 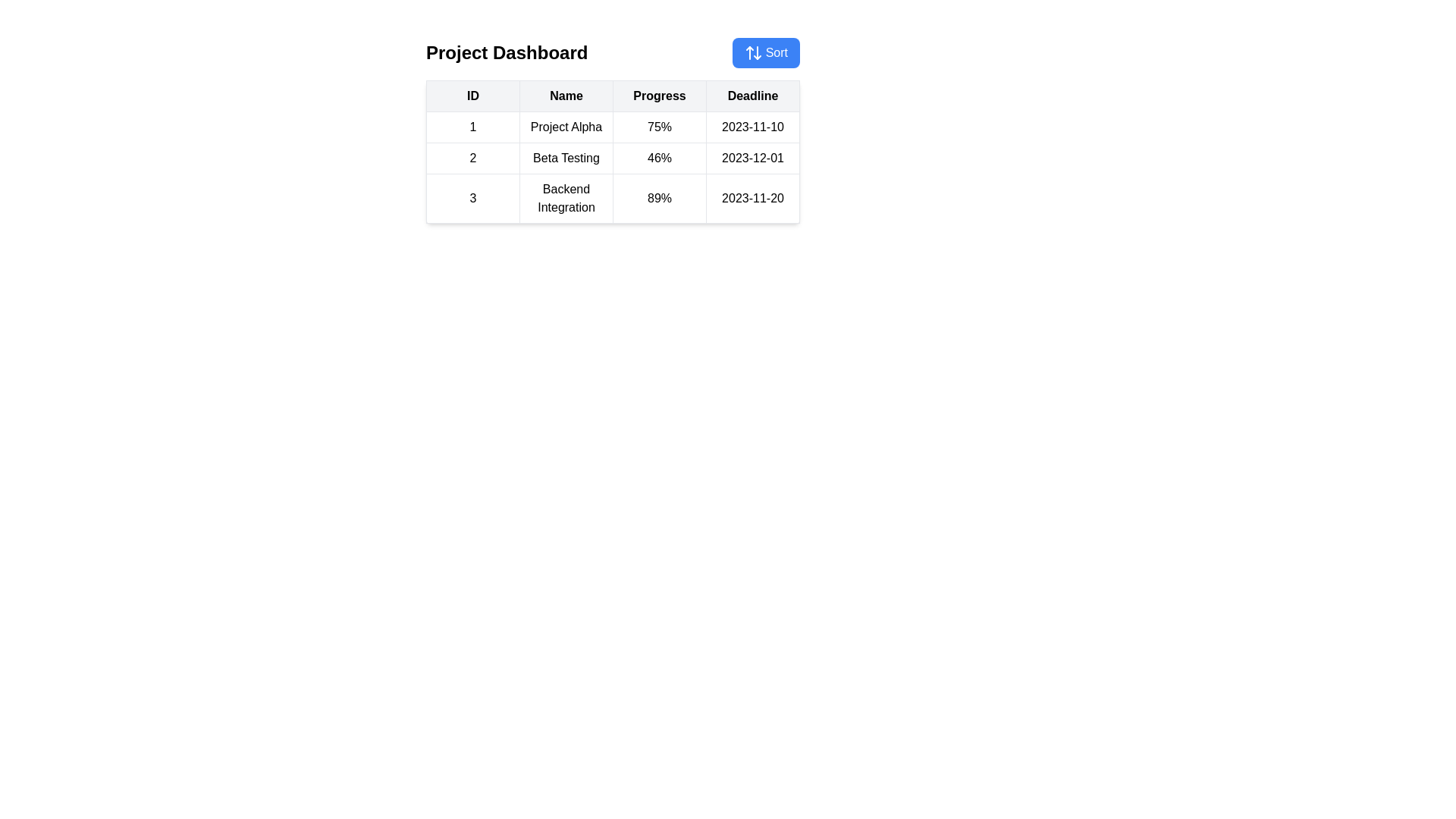 I want to click on the text display element that shows the deadline date for the 'Backend Integration' project, located in the last column of the third row of the table, so click(x=753, y=198).